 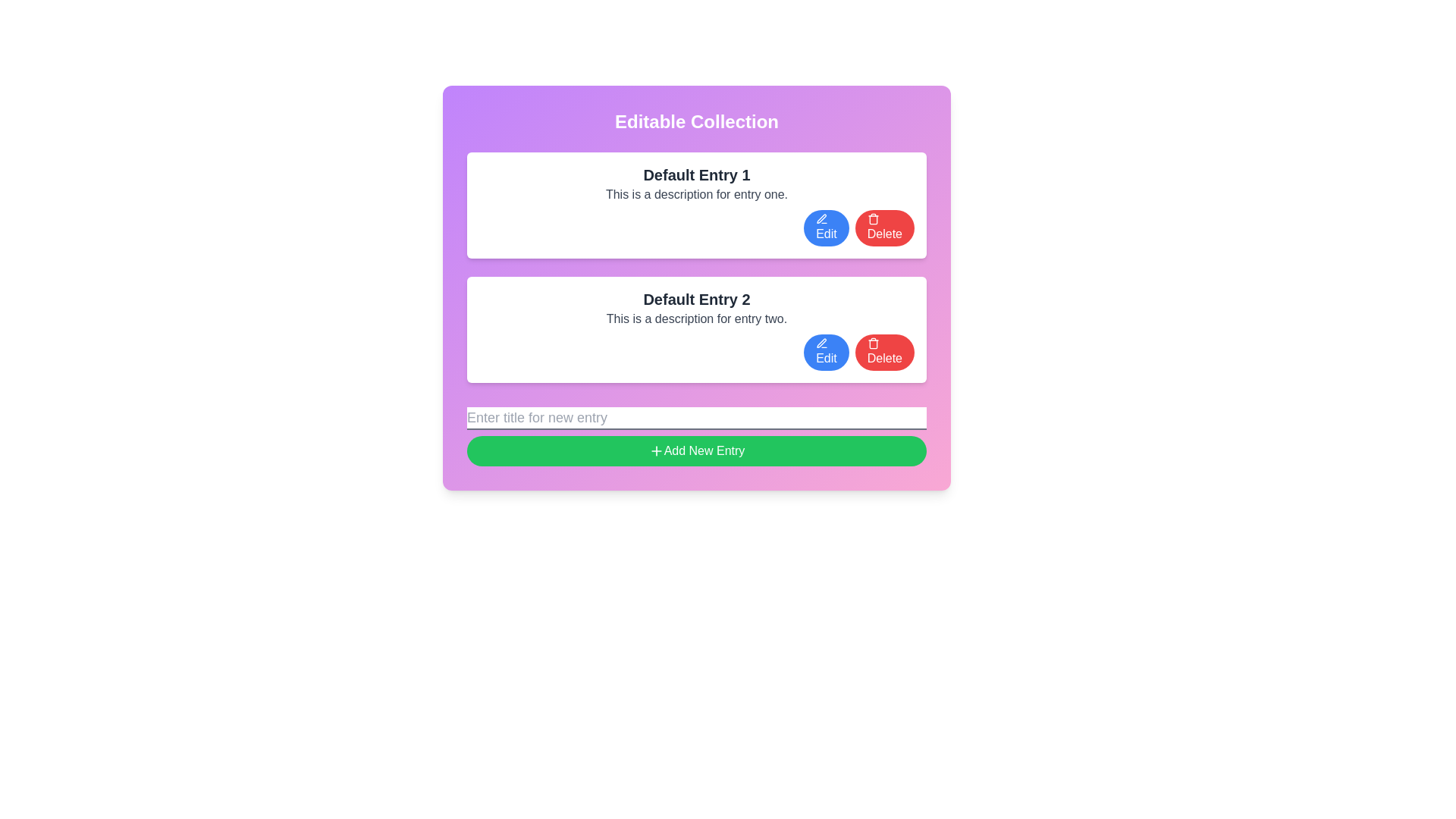 What do you see at coordinates (695, 436) in the screenshot?
I see `the 'Add New Entry' button` at bounding box center [695, 436].